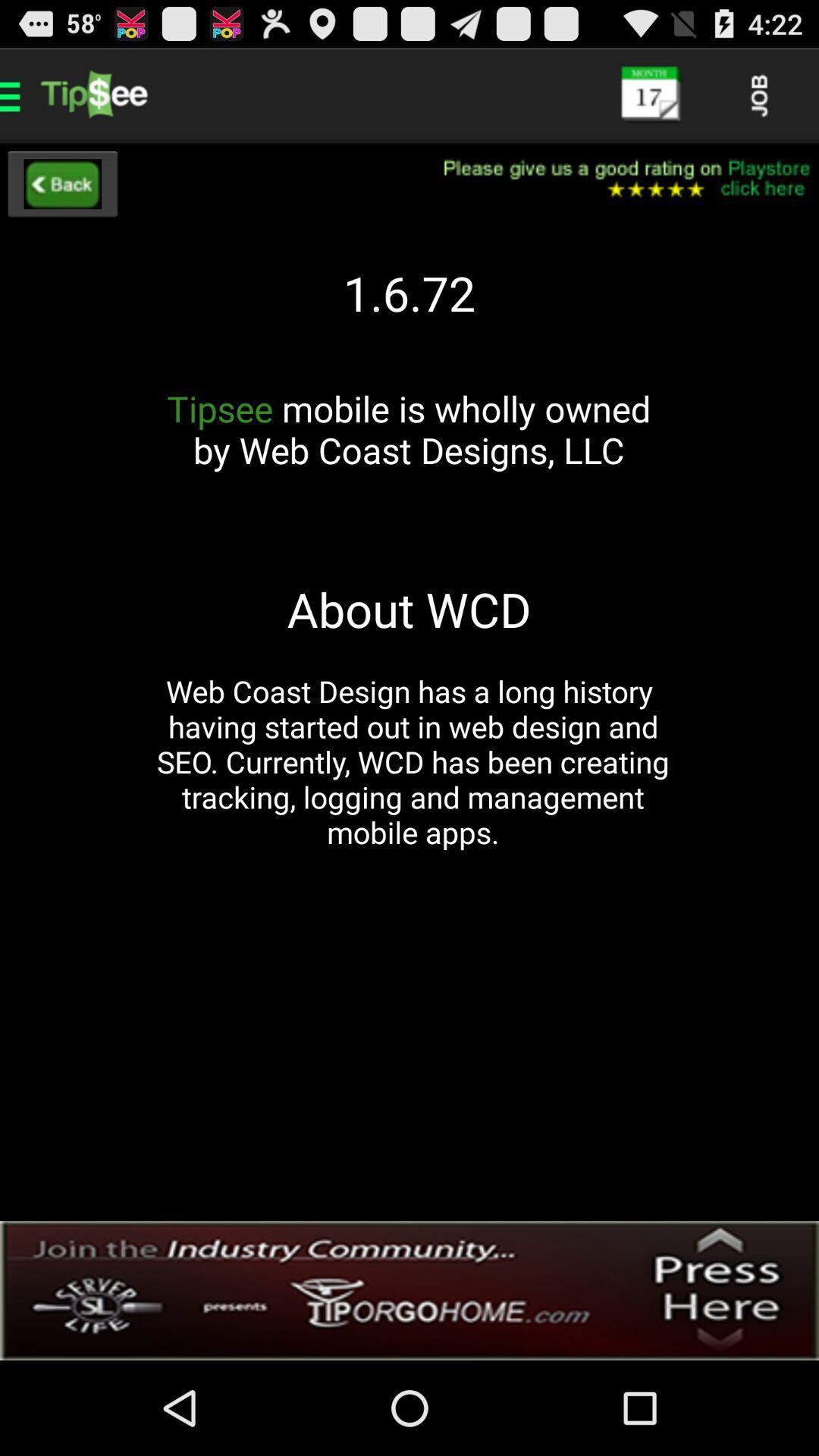  I want to click on go back, so click(61, 184).